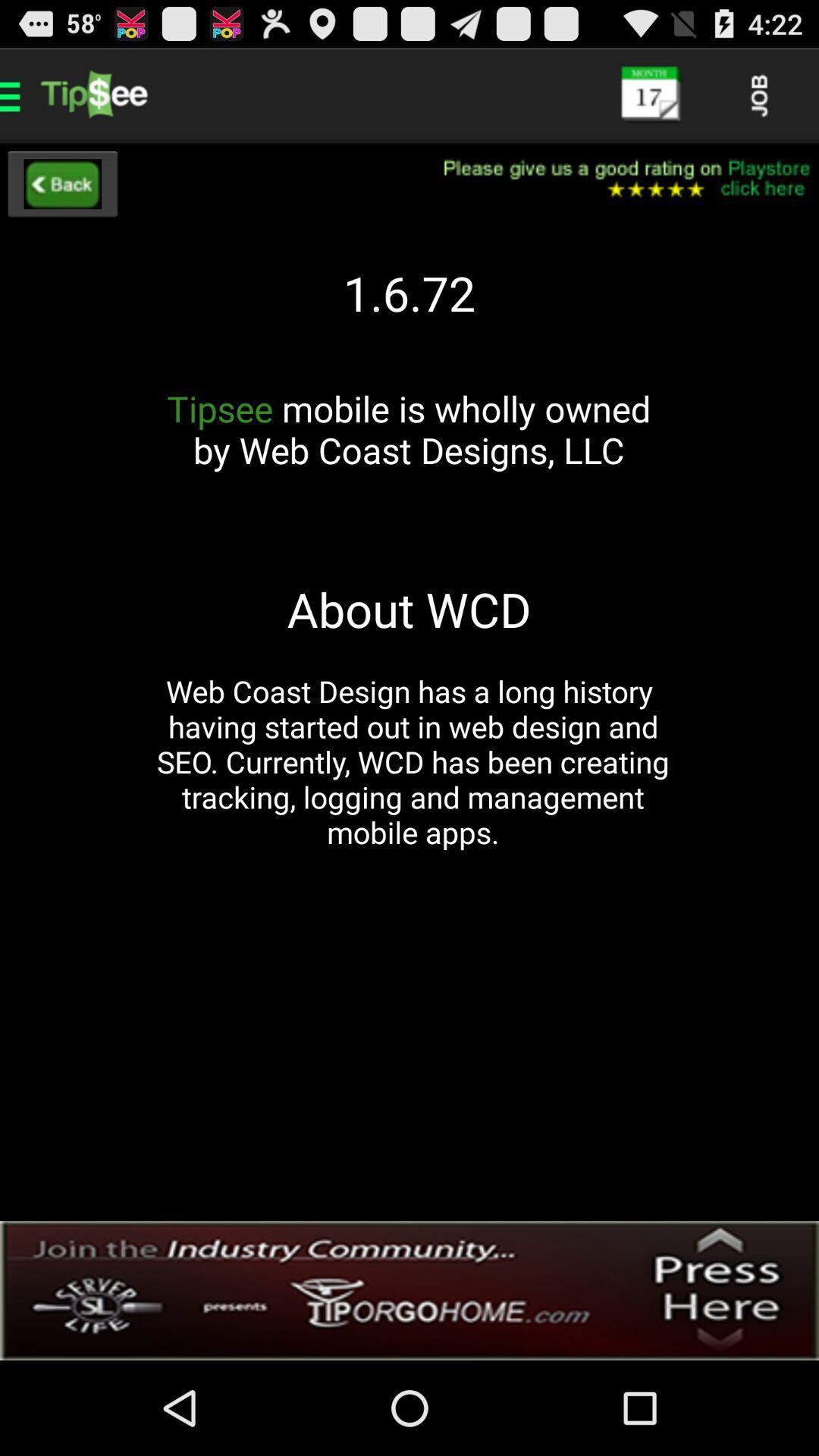  I want to click on go back, so click(61, 184).